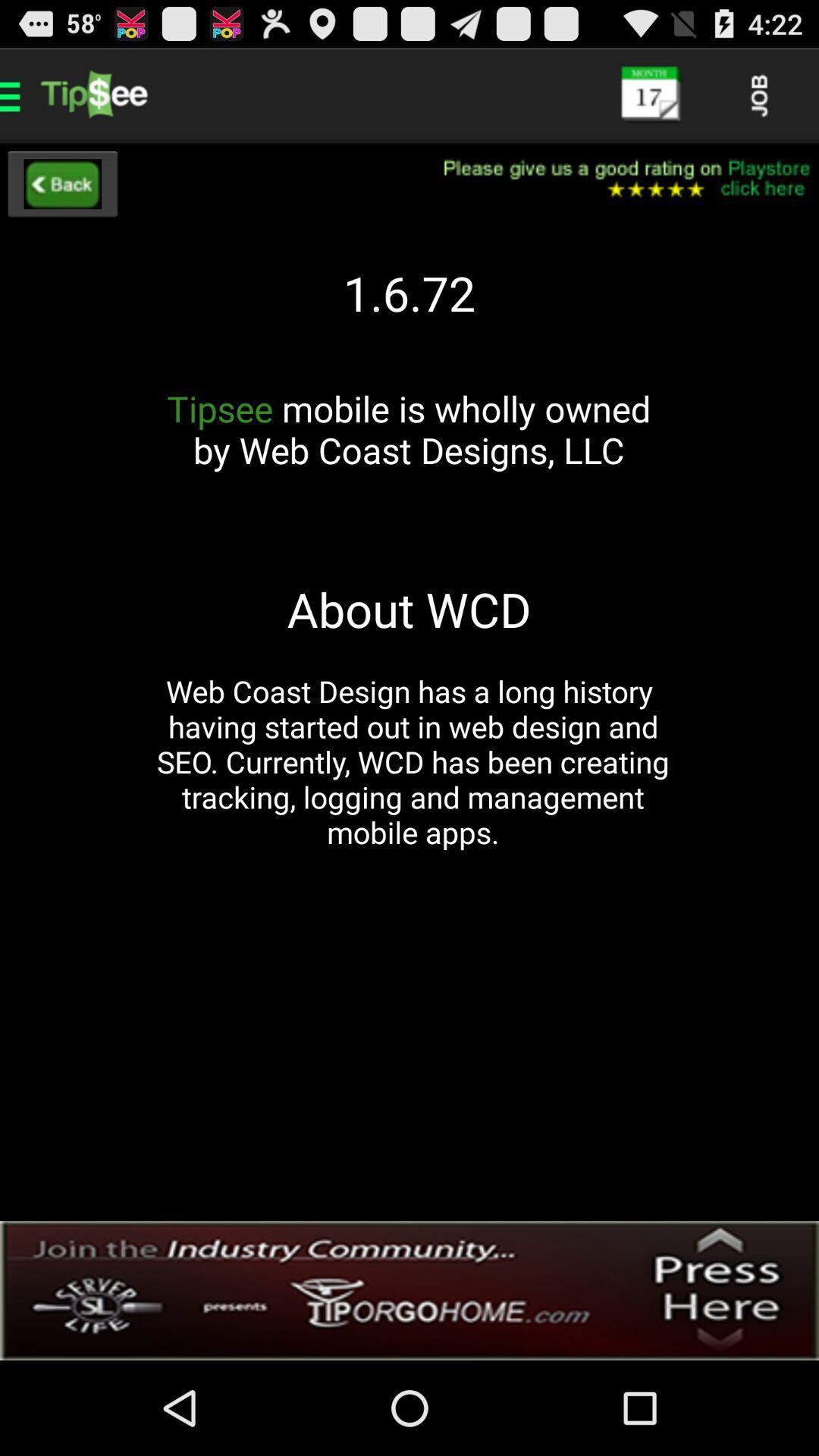  I want to click on go back, so click(61, 184).